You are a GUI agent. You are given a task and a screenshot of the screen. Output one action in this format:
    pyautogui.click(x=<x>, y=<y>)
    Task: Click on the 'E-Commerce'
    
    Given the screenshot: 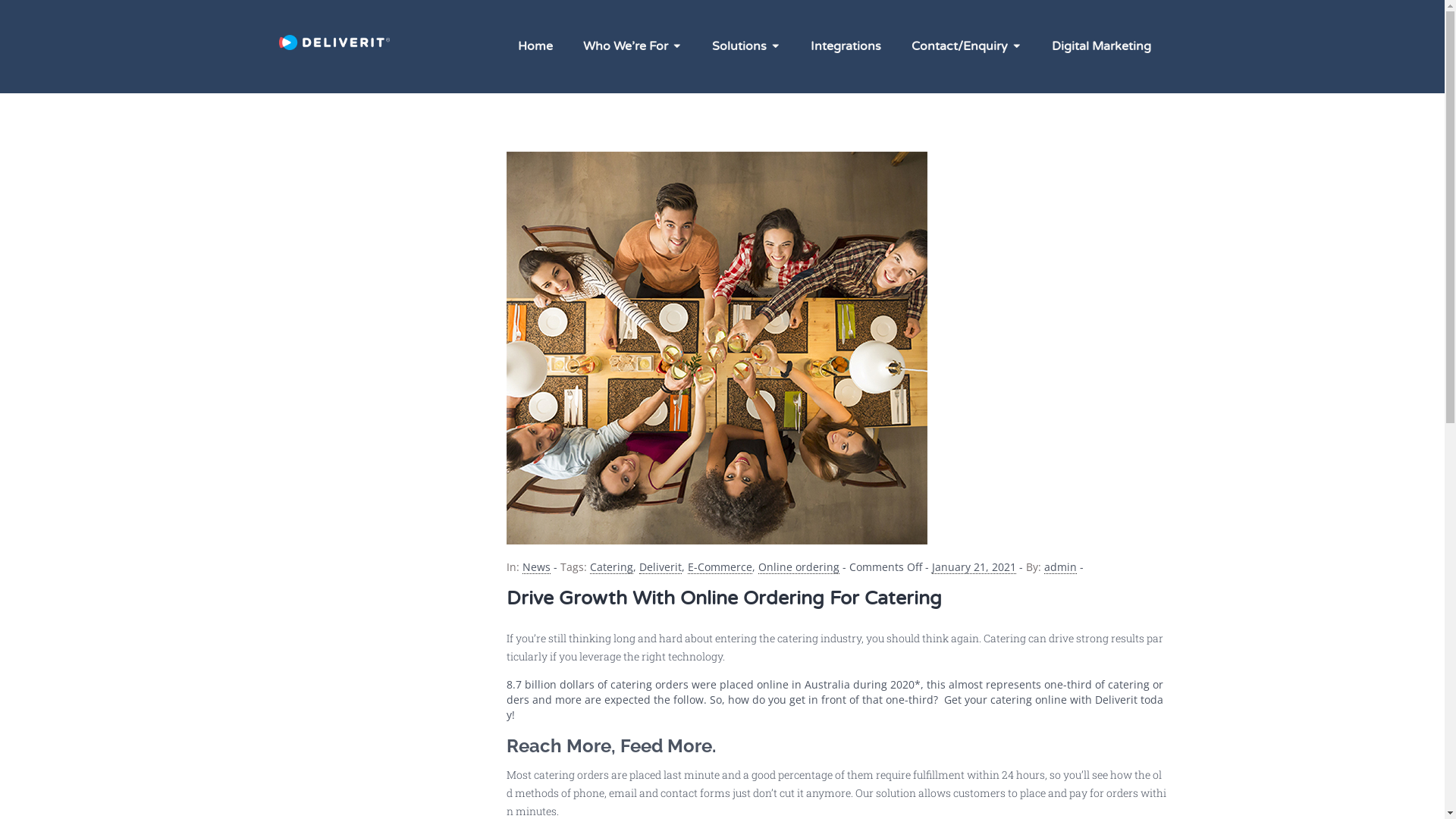 What is the action you would take?
    pyautogui.click(x=718, y=567)
    